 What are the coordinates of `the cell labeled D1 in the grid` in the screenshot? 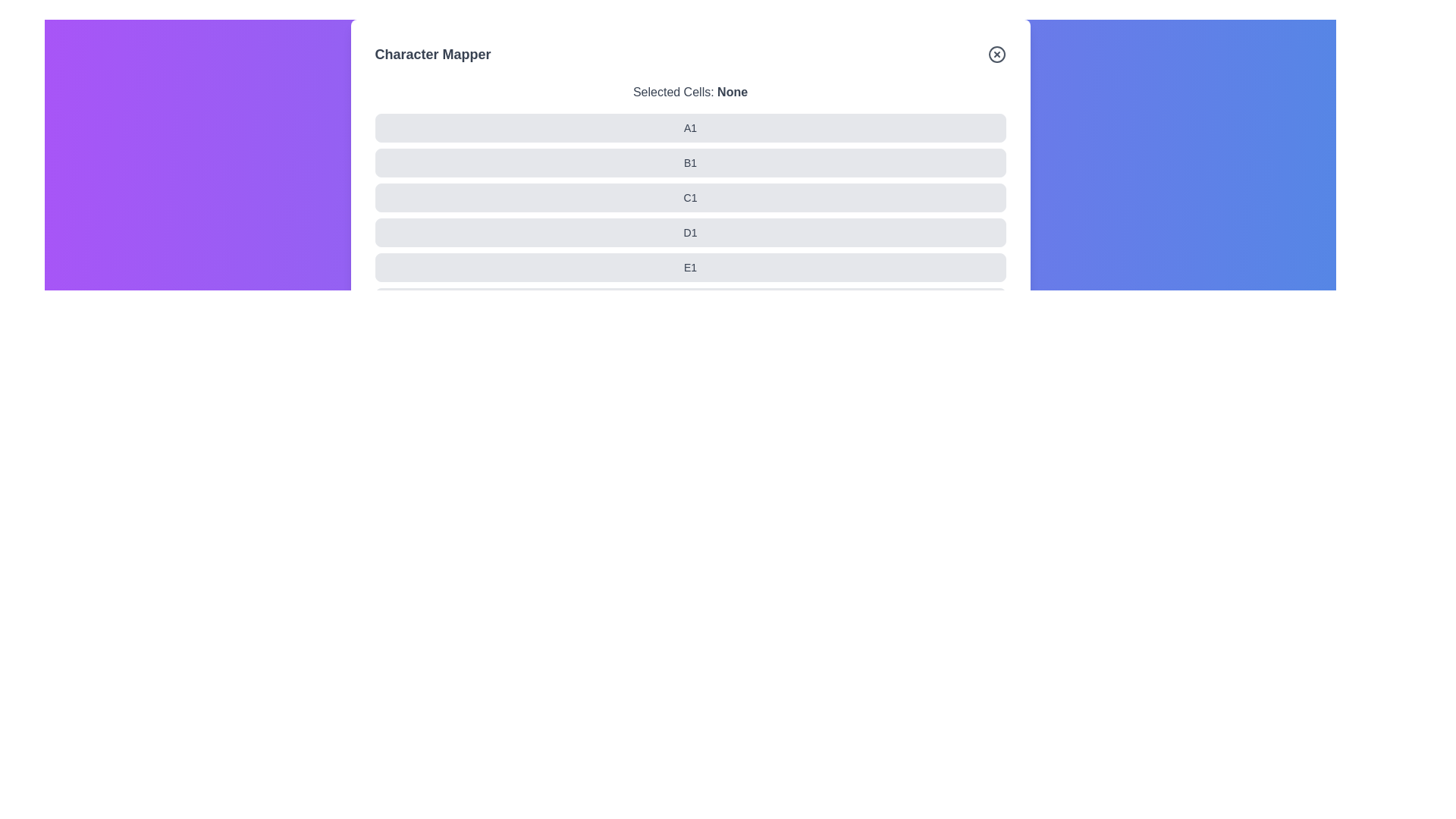 It's located at (375, 233).